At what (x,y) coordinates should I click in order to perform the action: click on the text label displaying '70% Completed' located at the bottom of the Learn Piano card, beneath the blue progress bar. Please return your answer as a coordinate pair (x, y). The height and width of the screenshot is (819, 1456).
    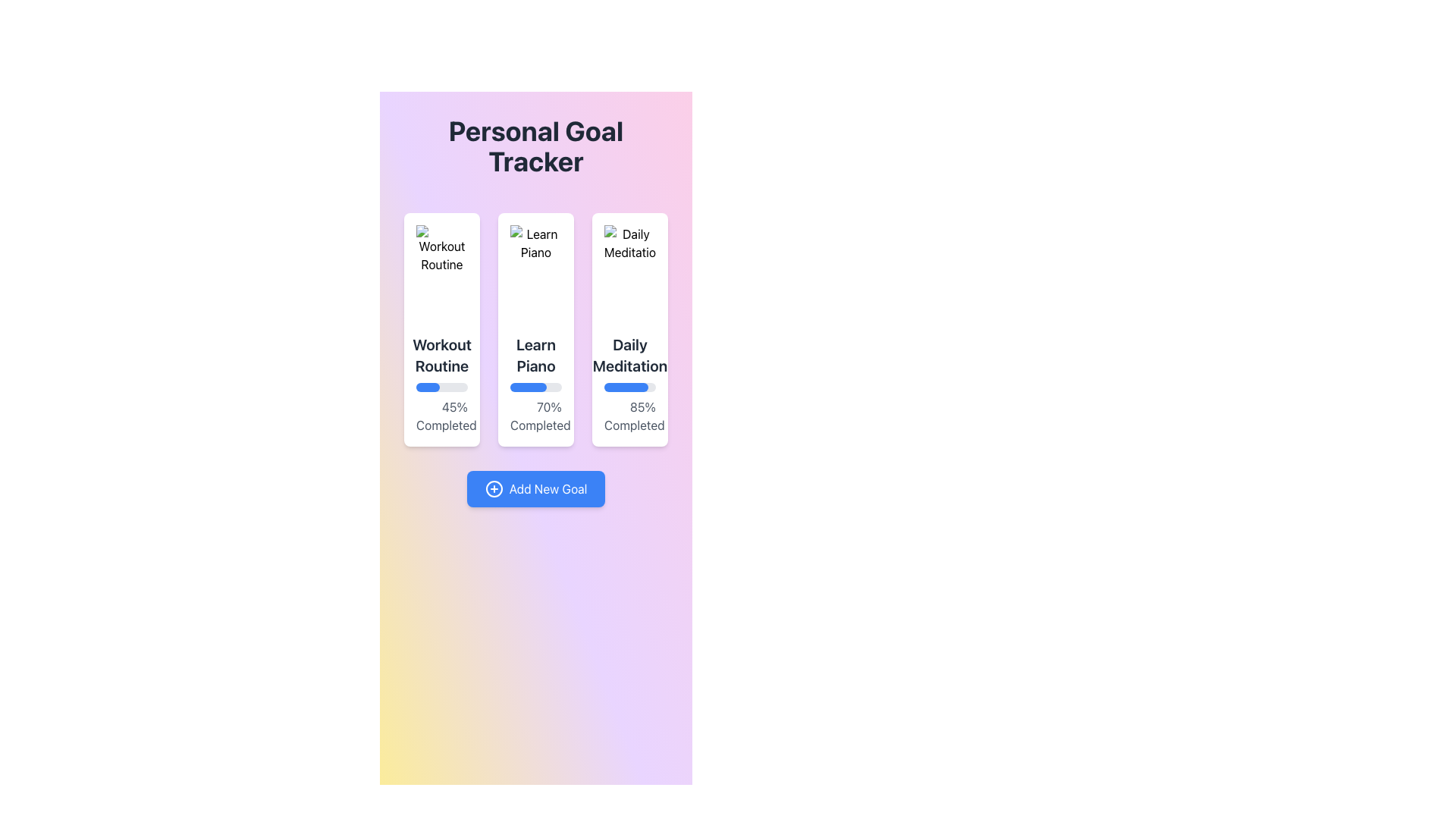
    Looking at the image, I should click on (535, 416).